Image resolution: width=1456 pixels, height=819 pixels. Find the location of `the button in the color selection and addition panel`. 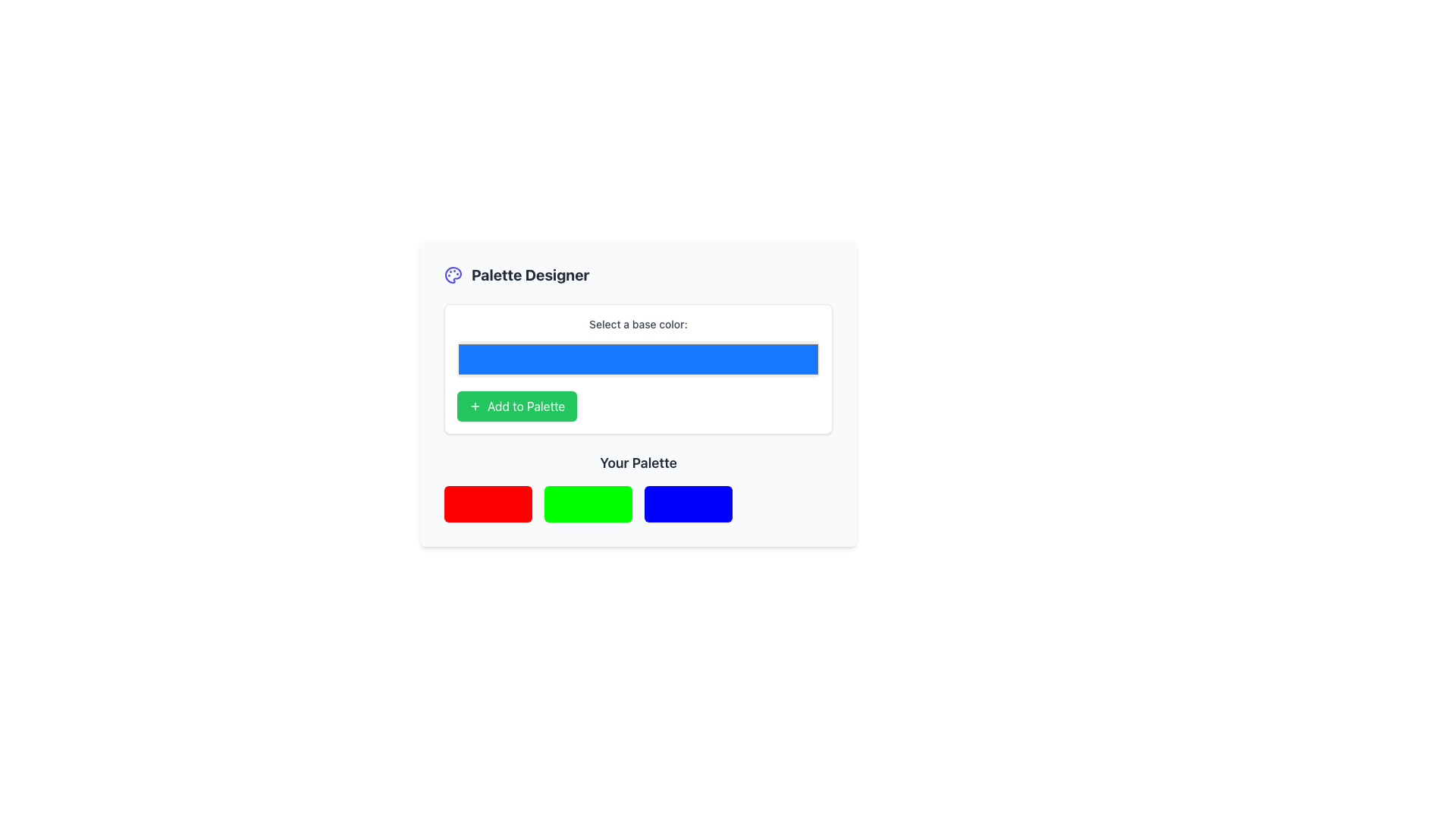

the button in the color selection and addition panel is located at coordinates (638, 369).